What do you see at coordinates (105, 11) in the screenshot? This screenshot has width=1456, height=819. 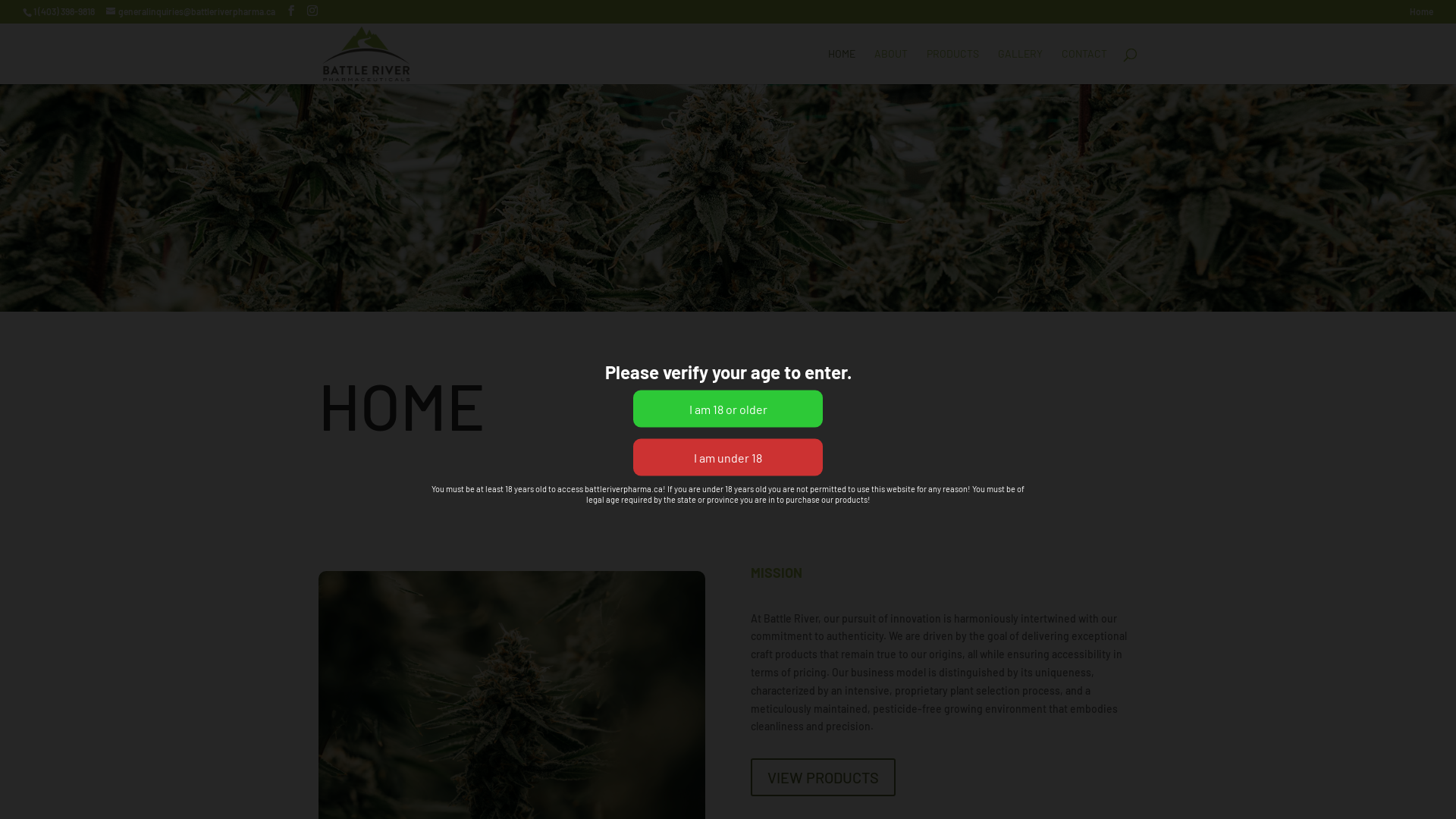 I see `'generalinquiries@battleriverpharma.ca'` at bounding box center [105, 11].